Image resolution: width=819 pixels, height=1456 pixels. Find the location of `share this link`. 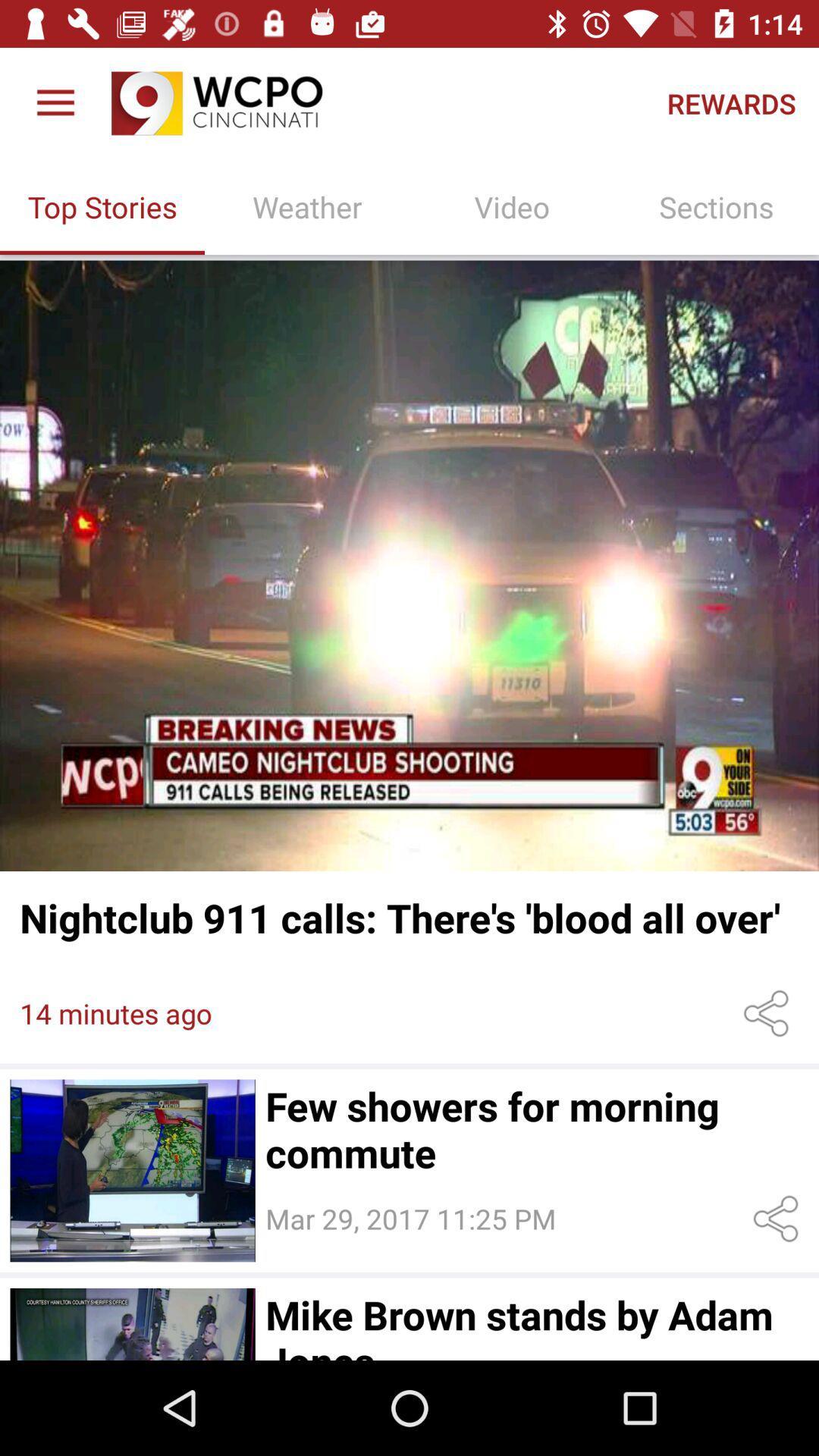

share this link is located at coordinates (769, 1013).